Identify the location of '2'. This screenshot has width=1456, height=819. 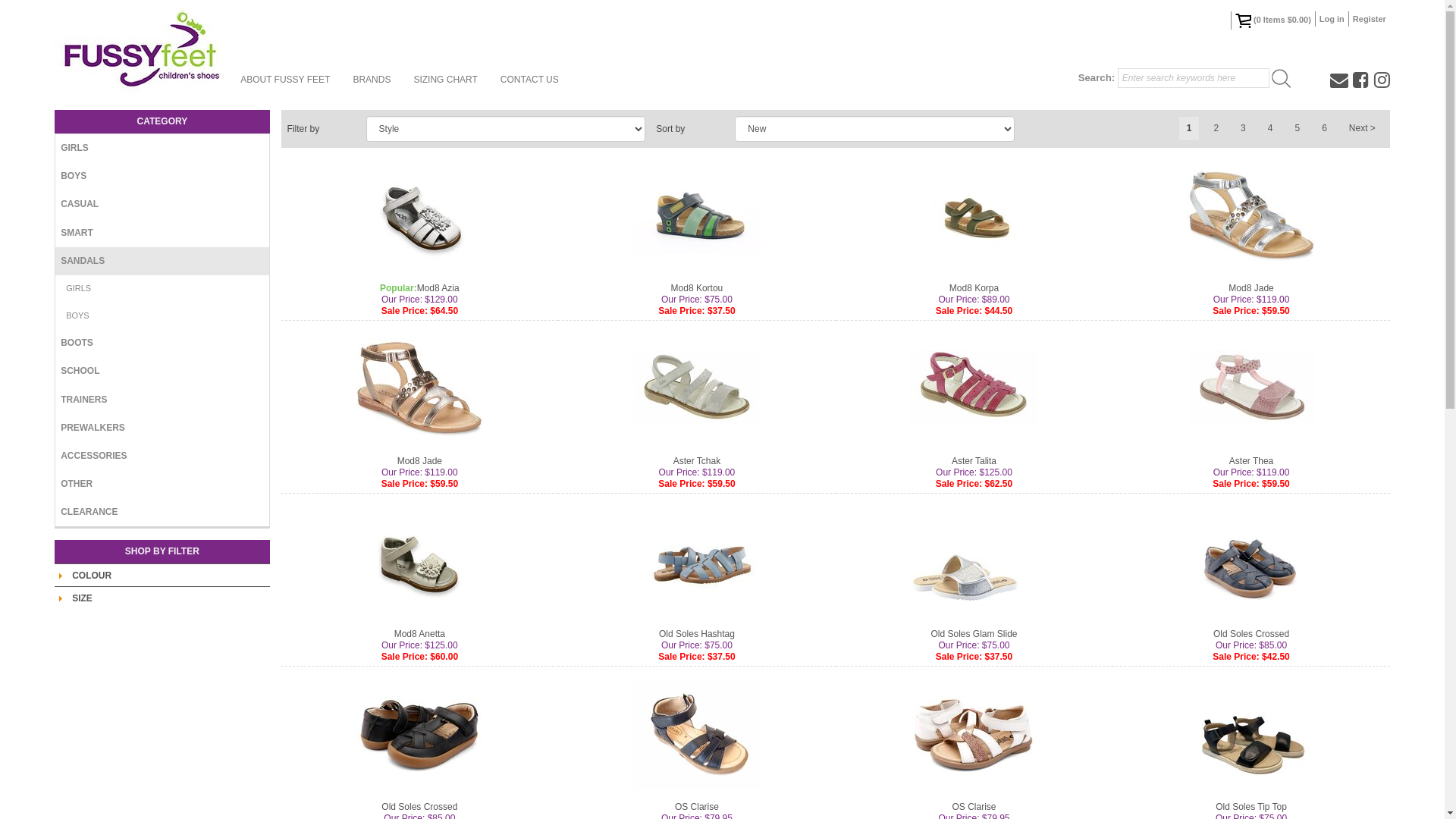
(1216, 127).